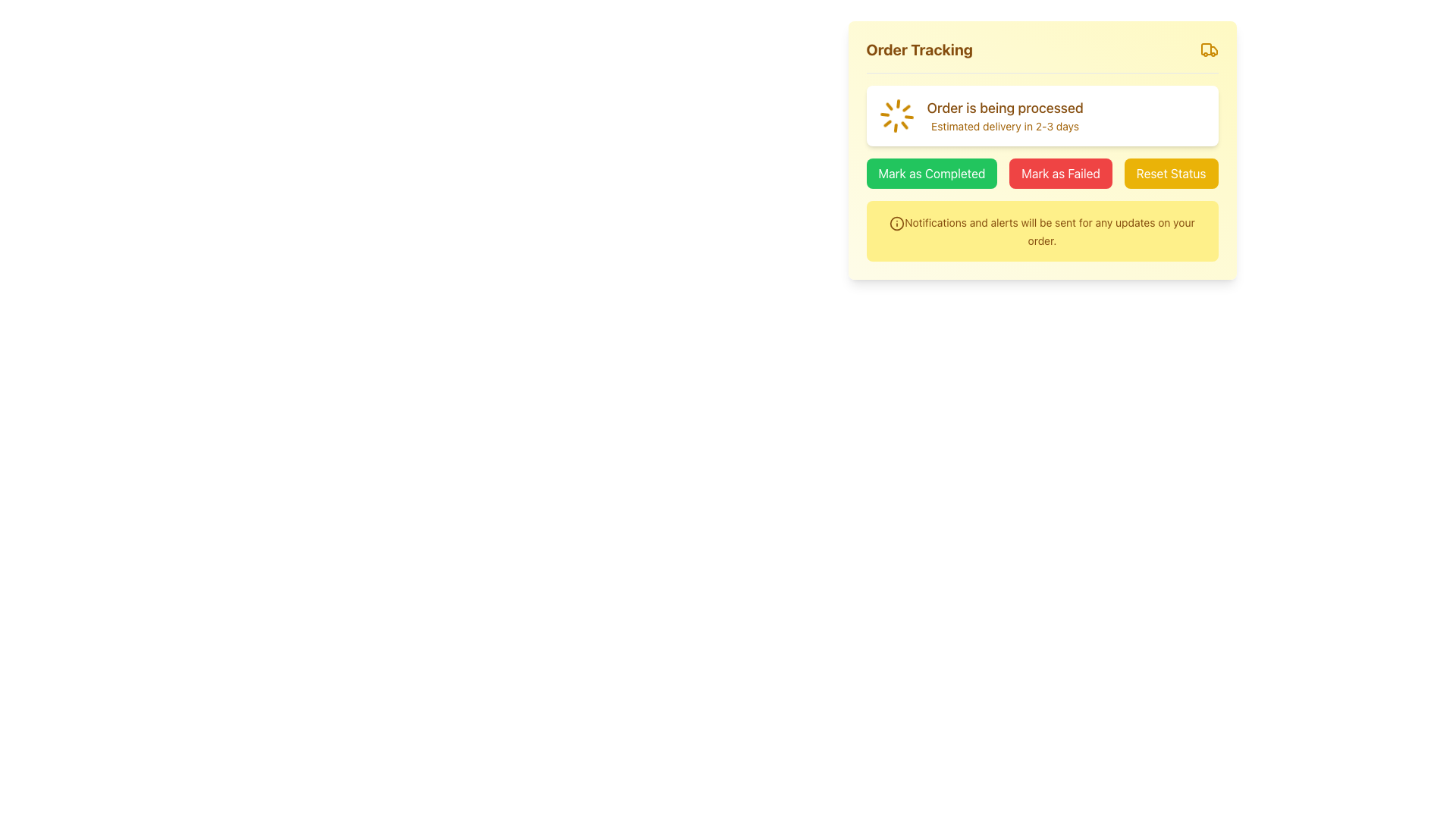  I want to click on the message notification text indicating order progress and estimated delivery time, located in the 'Order Tracking' section to the right of the spinning loader icon, so click(1005, 115).